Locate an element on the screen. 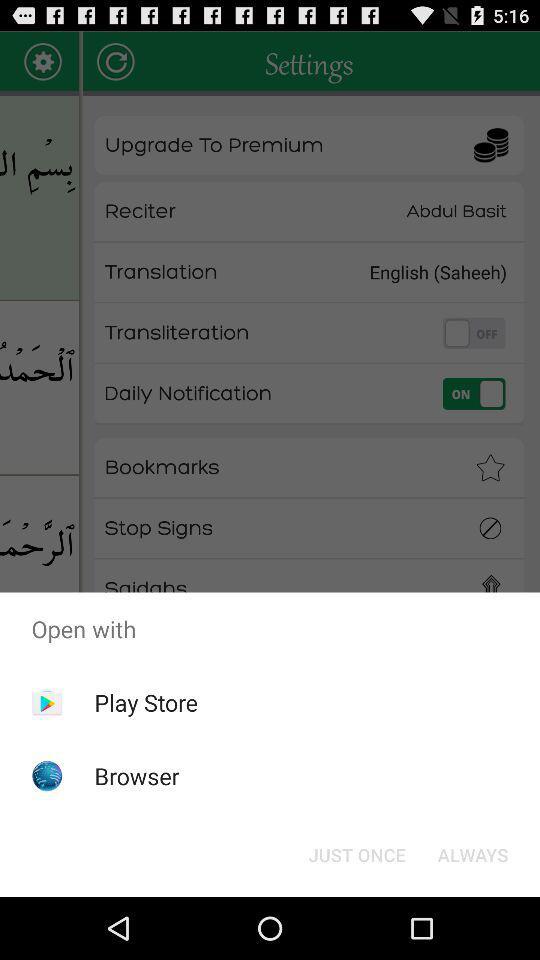 This screenshot has height=960, width=540. item at the bottom is located at coordinates (356, 853).